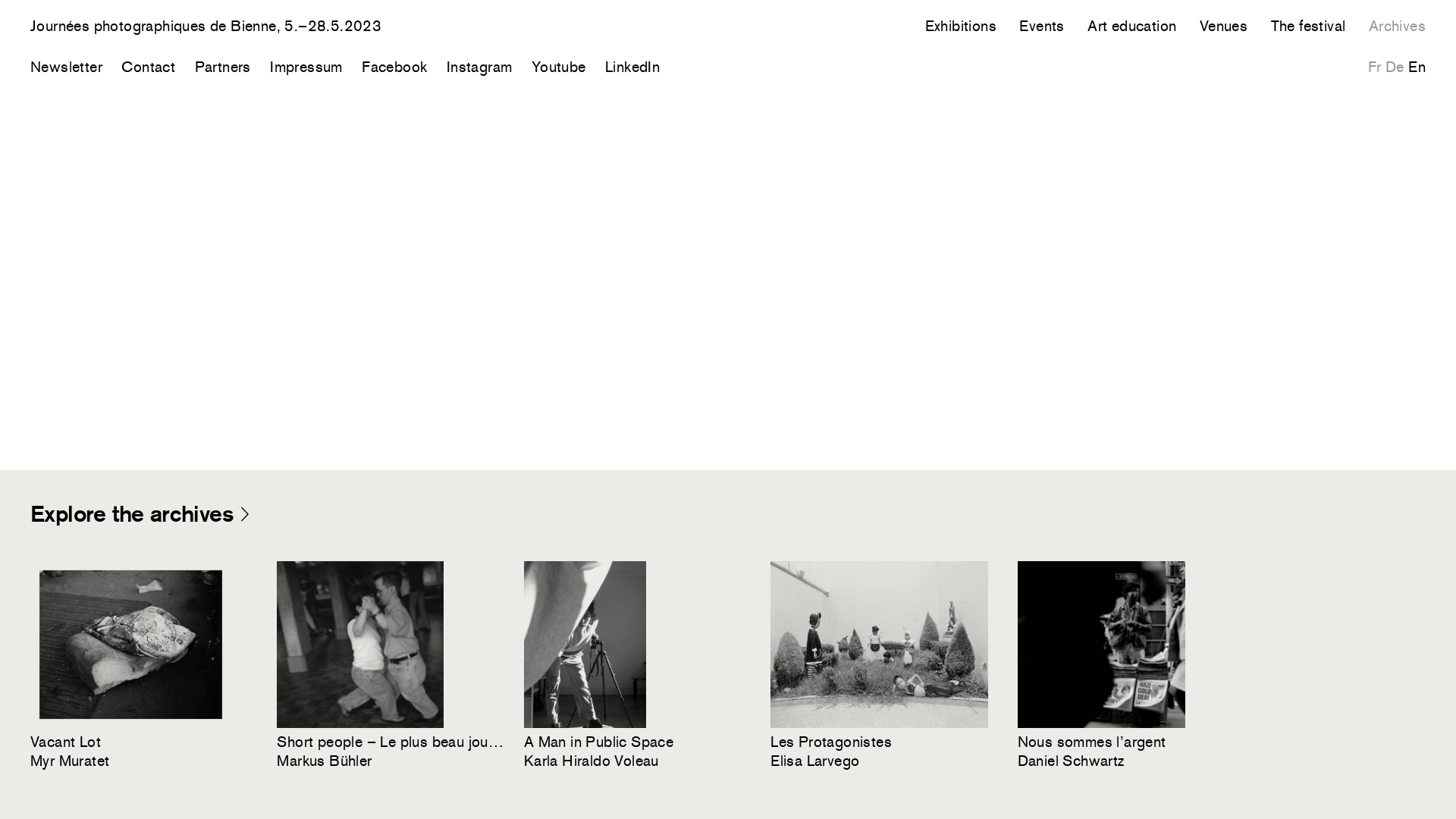 This screenshot has width=1456, height=819. What do you see at coordinates (65, 66) in the screenshot?
I see `'Newsletter'` at bounding box center [65, 66].